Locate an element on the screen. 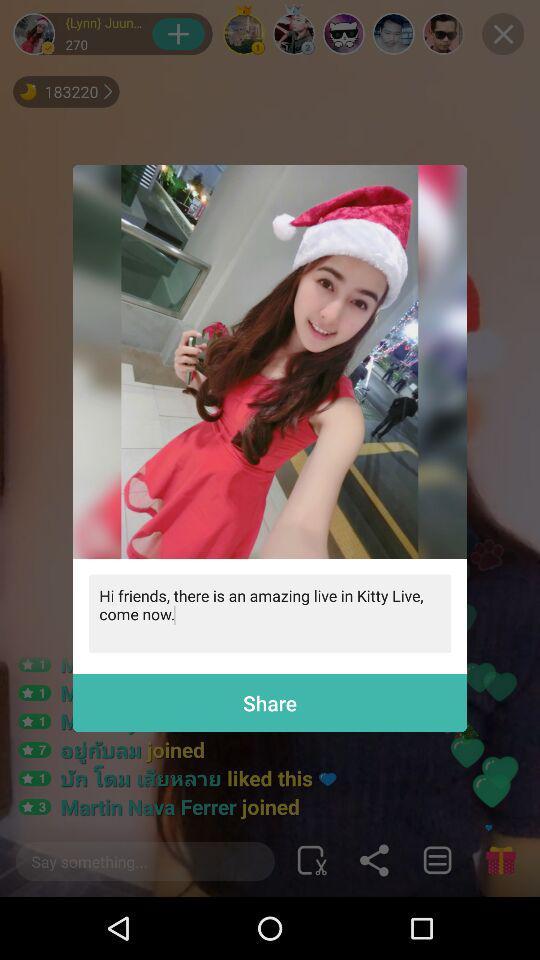 This screenshot has height=960, width=540. the share at the bottom is located at coordinates (270, 703).